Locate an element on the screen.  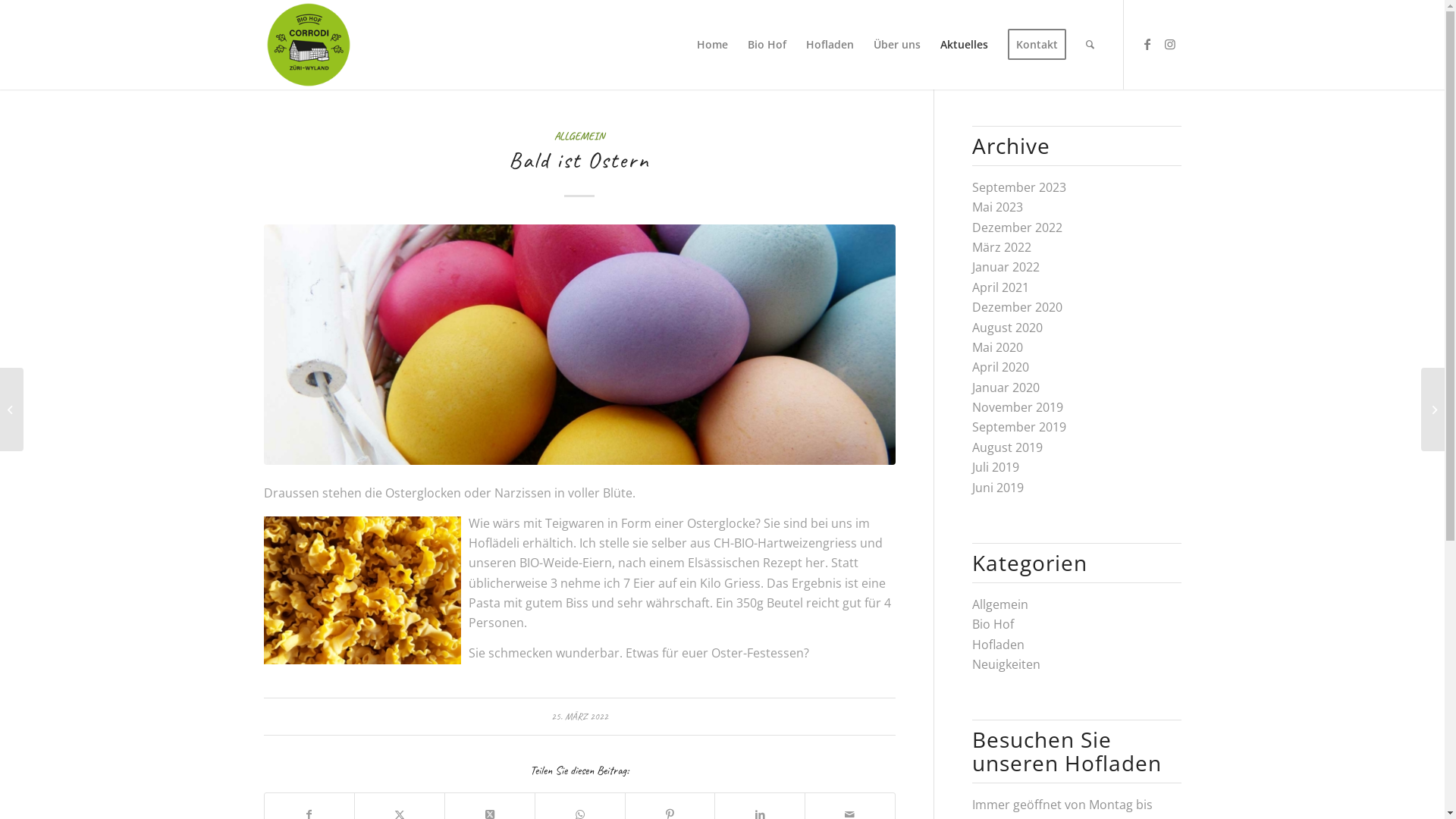
'logo_biohof_gorrodi_gruen_156' is located at coordinates (308, 43).